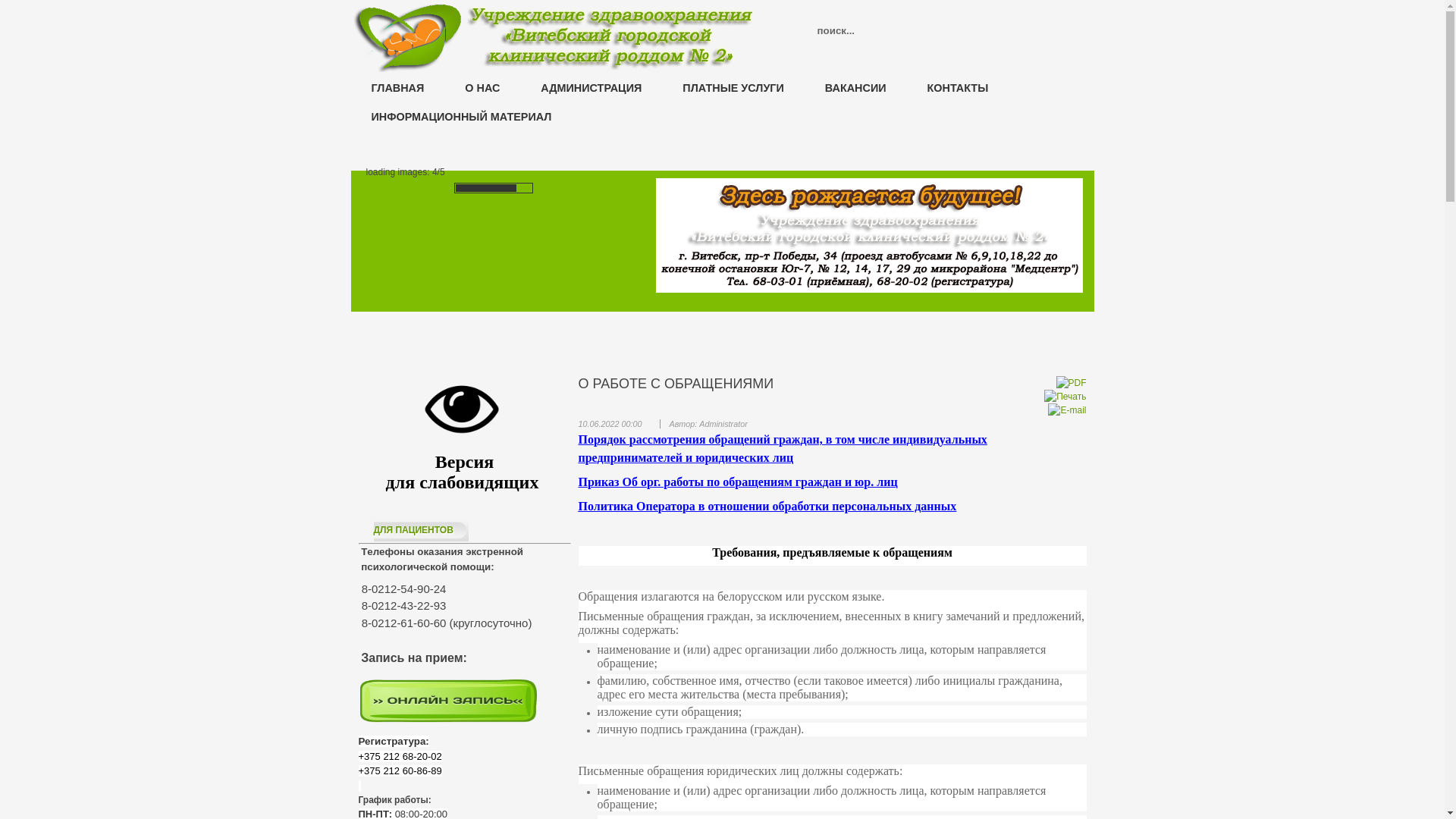  What do you see at coordinates (1065, 409) in the screenshot?
I see `'E-mail'` at bounding box center [1065, 409].